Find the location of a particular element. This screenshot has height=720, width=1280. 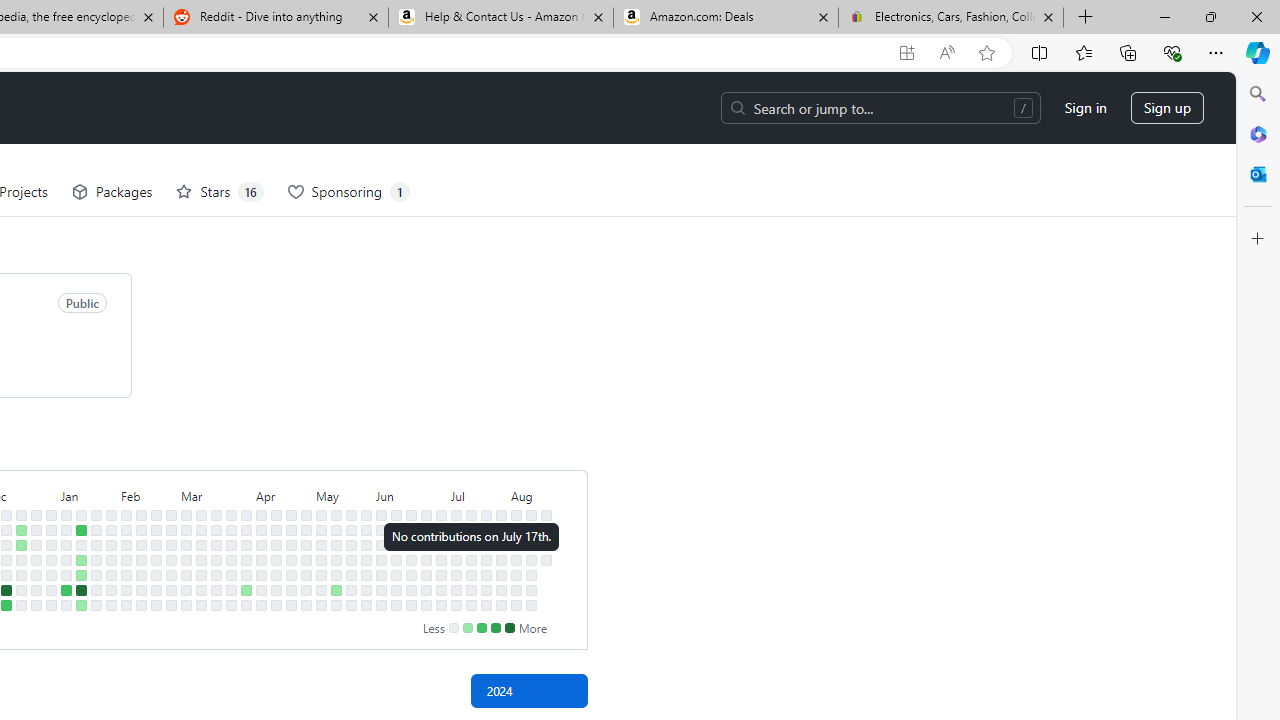

'No contributions on April 16th.' is located at coordinates (275, 545).